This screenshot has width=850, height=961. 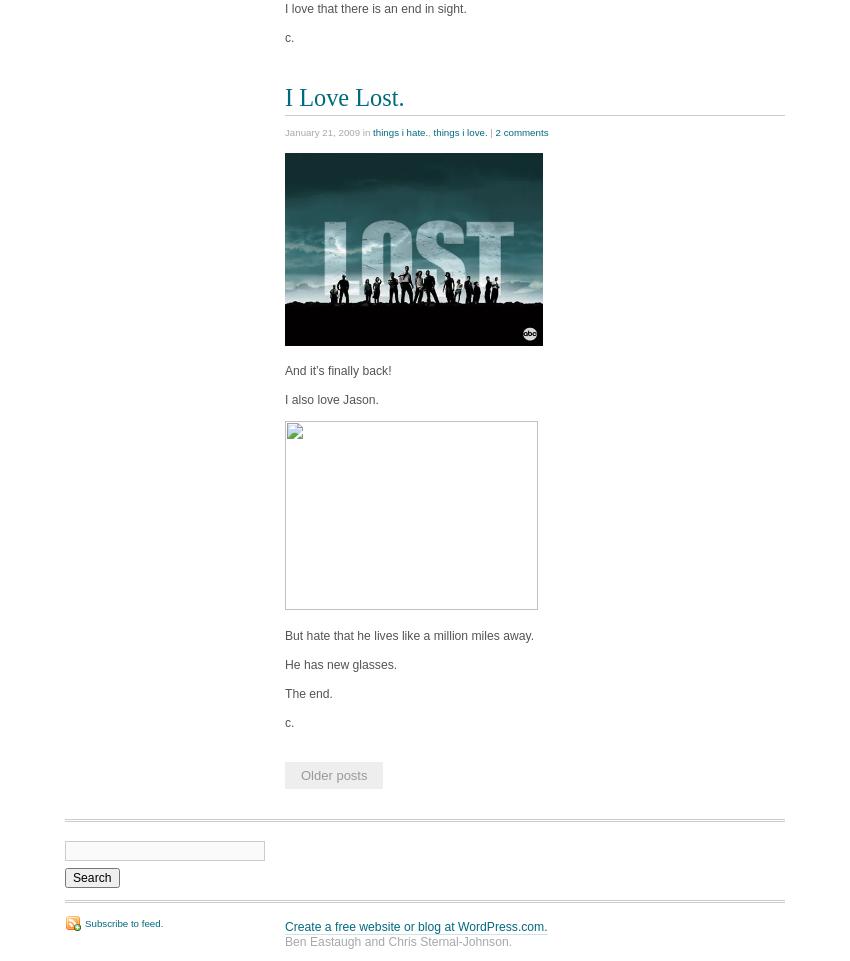 I want to click on 'January 21, 2009 in', so click(x=329, y=131).